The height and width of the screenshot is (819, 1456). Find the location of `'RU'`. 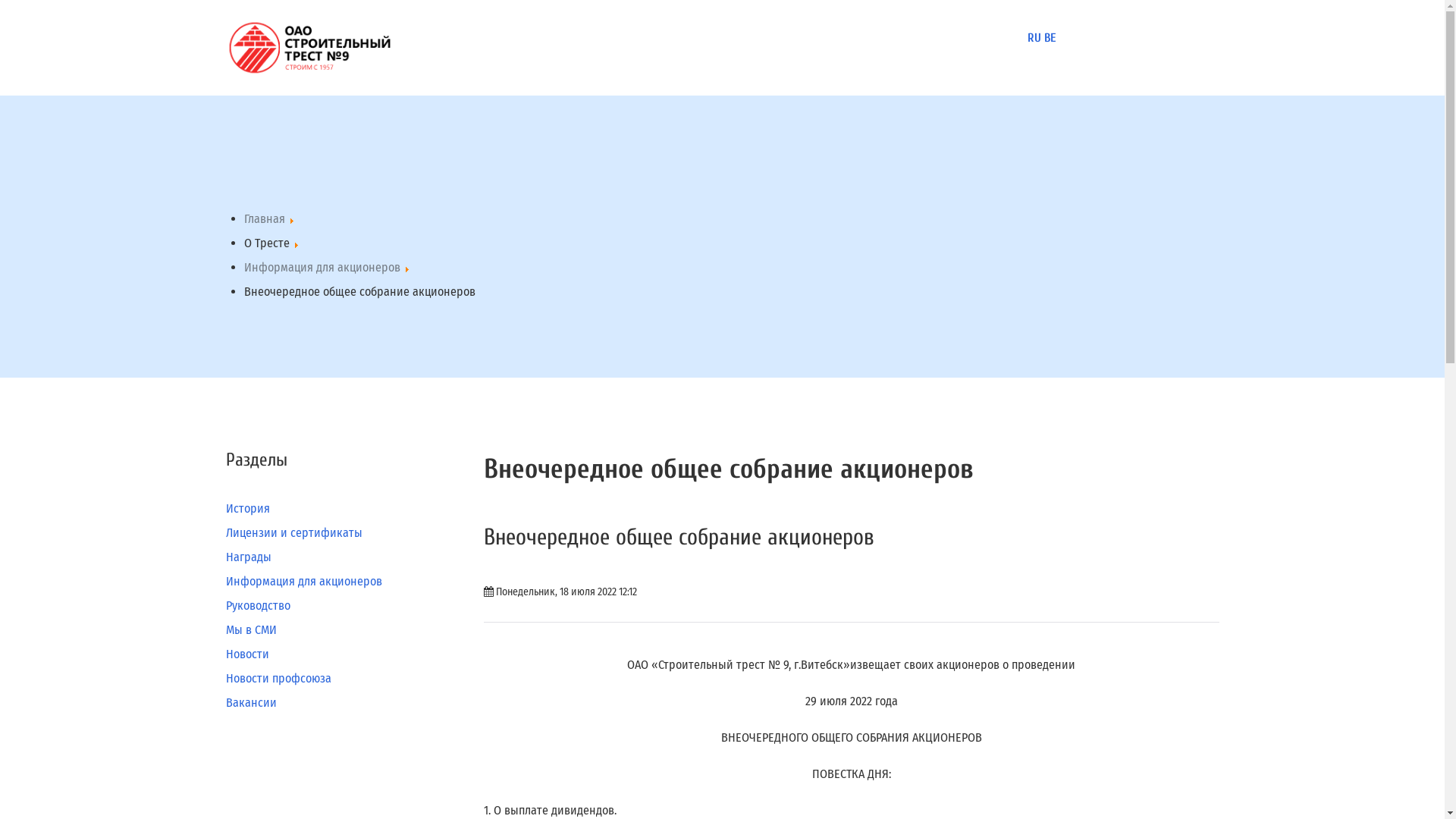

'RU' is located at coordinates (1033, 37).